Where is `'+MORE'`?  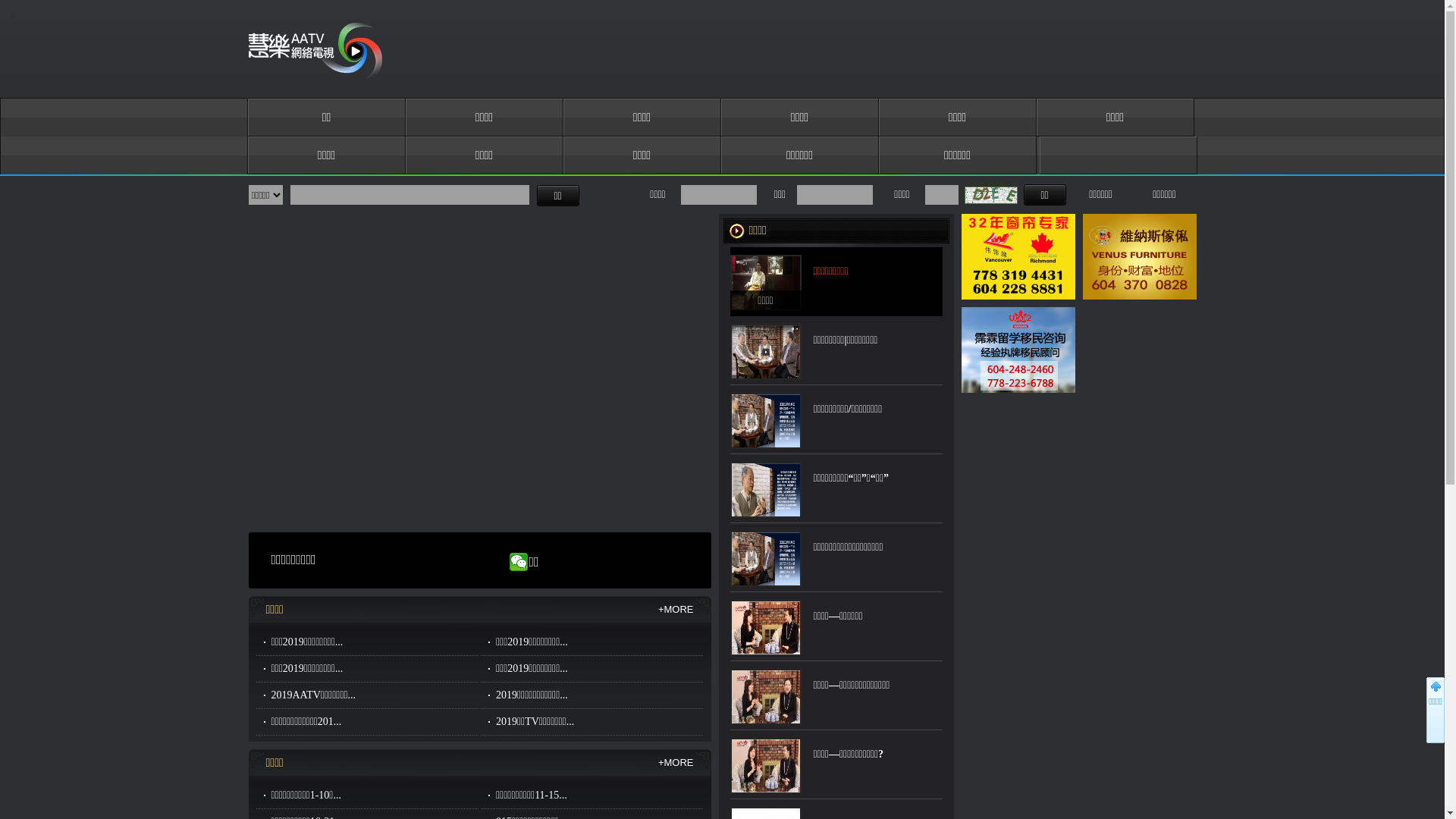 '+MORE' is located at coordinates (675, 763).